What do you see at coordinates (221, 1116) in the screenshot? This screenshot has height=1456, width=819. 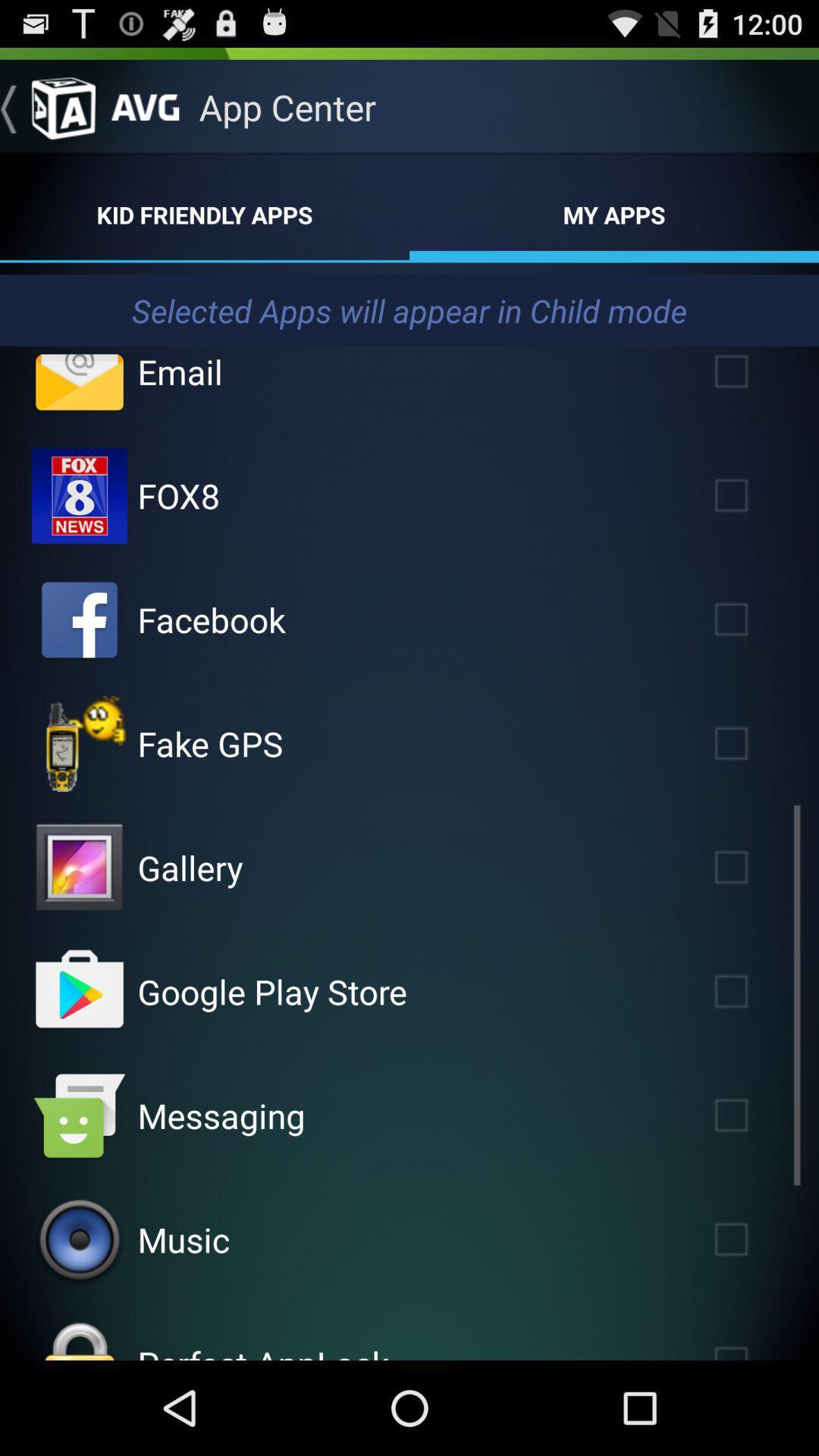 I see `item below google play store` at bounding box center [221, 1116].